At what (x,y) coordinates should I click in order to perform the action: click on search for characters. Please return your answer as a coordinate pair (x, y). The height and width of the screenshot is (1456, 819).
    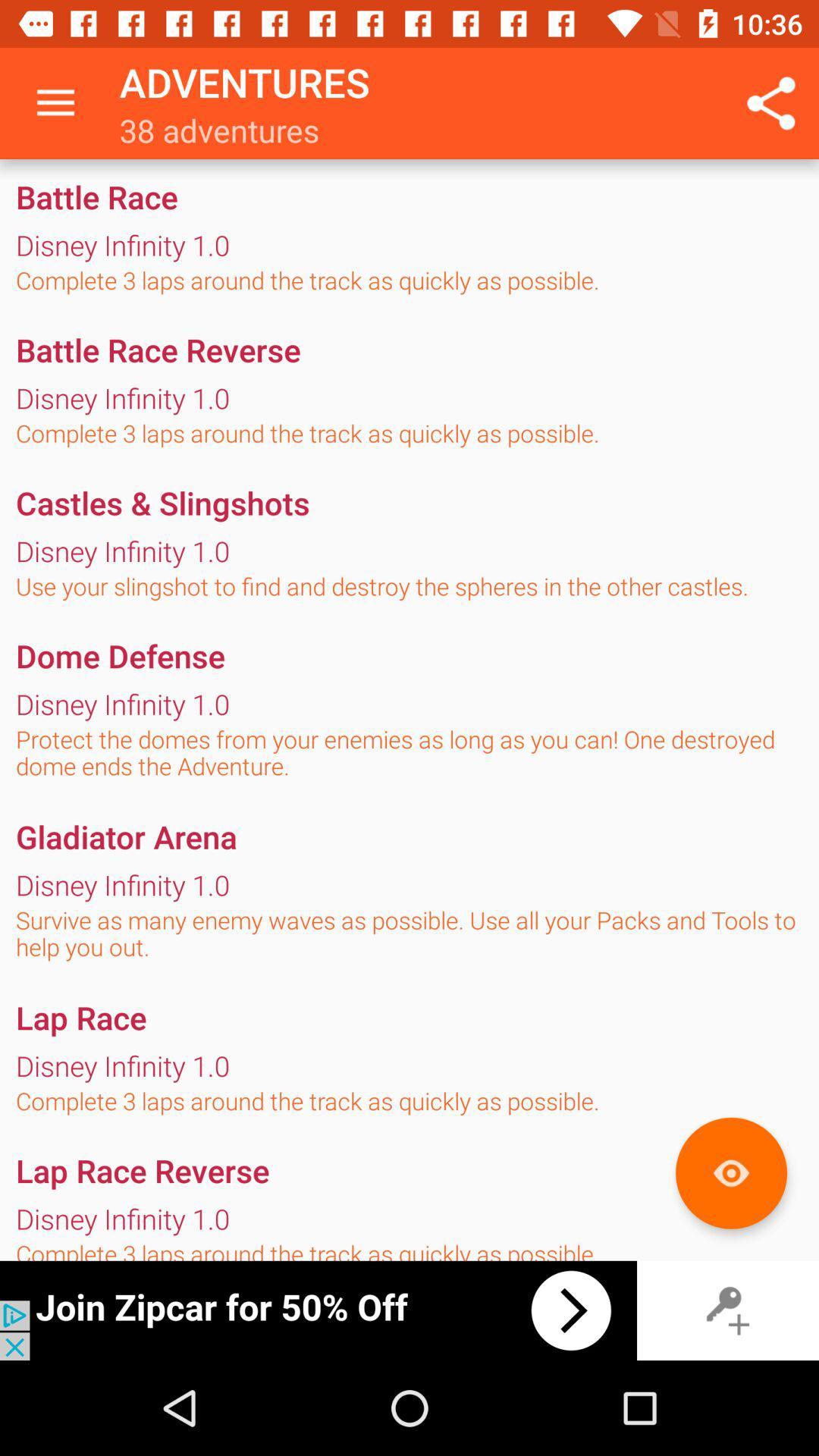
    Looking at the image, I should click on (730, 1172).